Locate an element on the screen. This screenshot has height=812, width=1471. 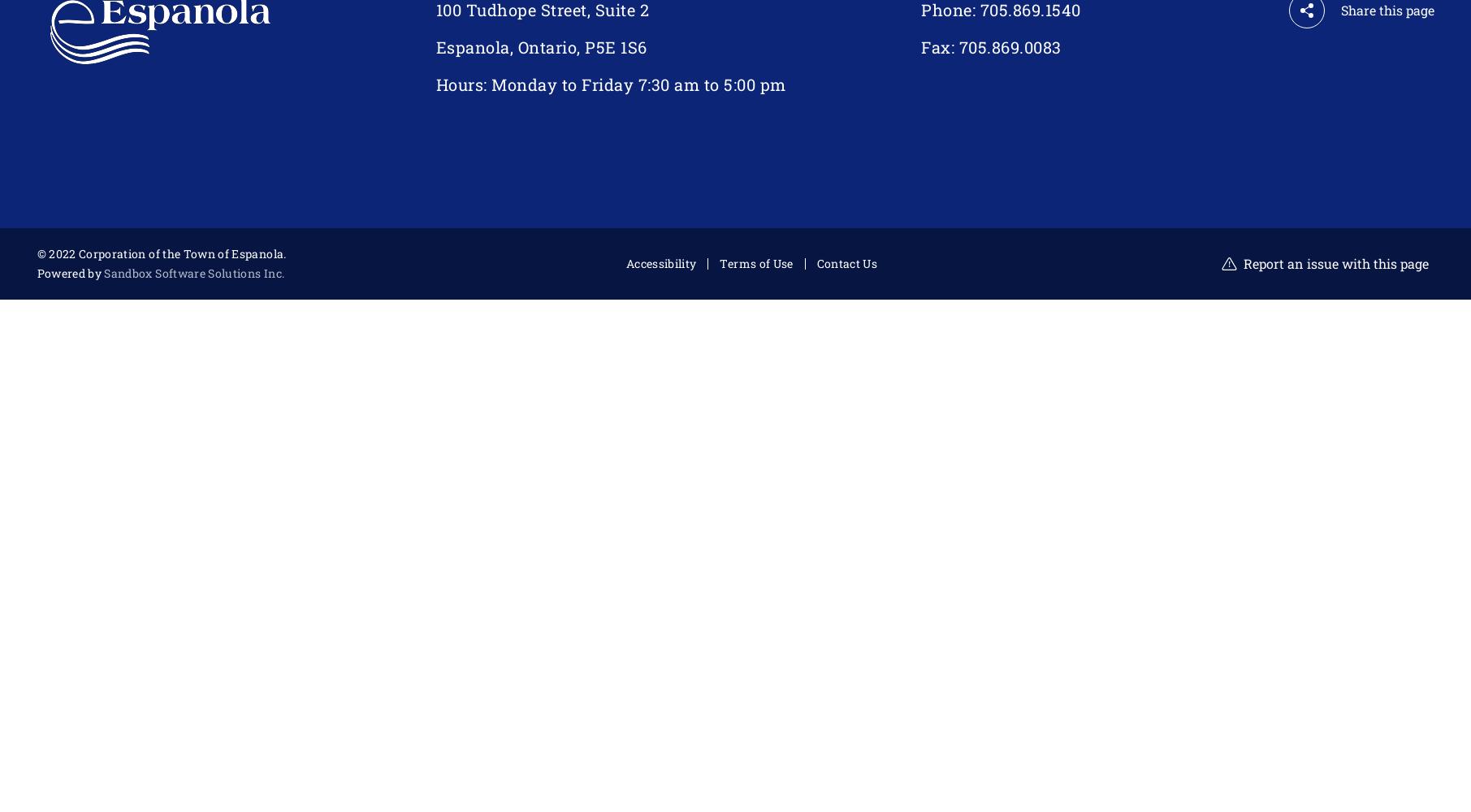
'Hours: Monday to Friday 7:30 am to 5:00 pm' is located at coordinates (612, 84).